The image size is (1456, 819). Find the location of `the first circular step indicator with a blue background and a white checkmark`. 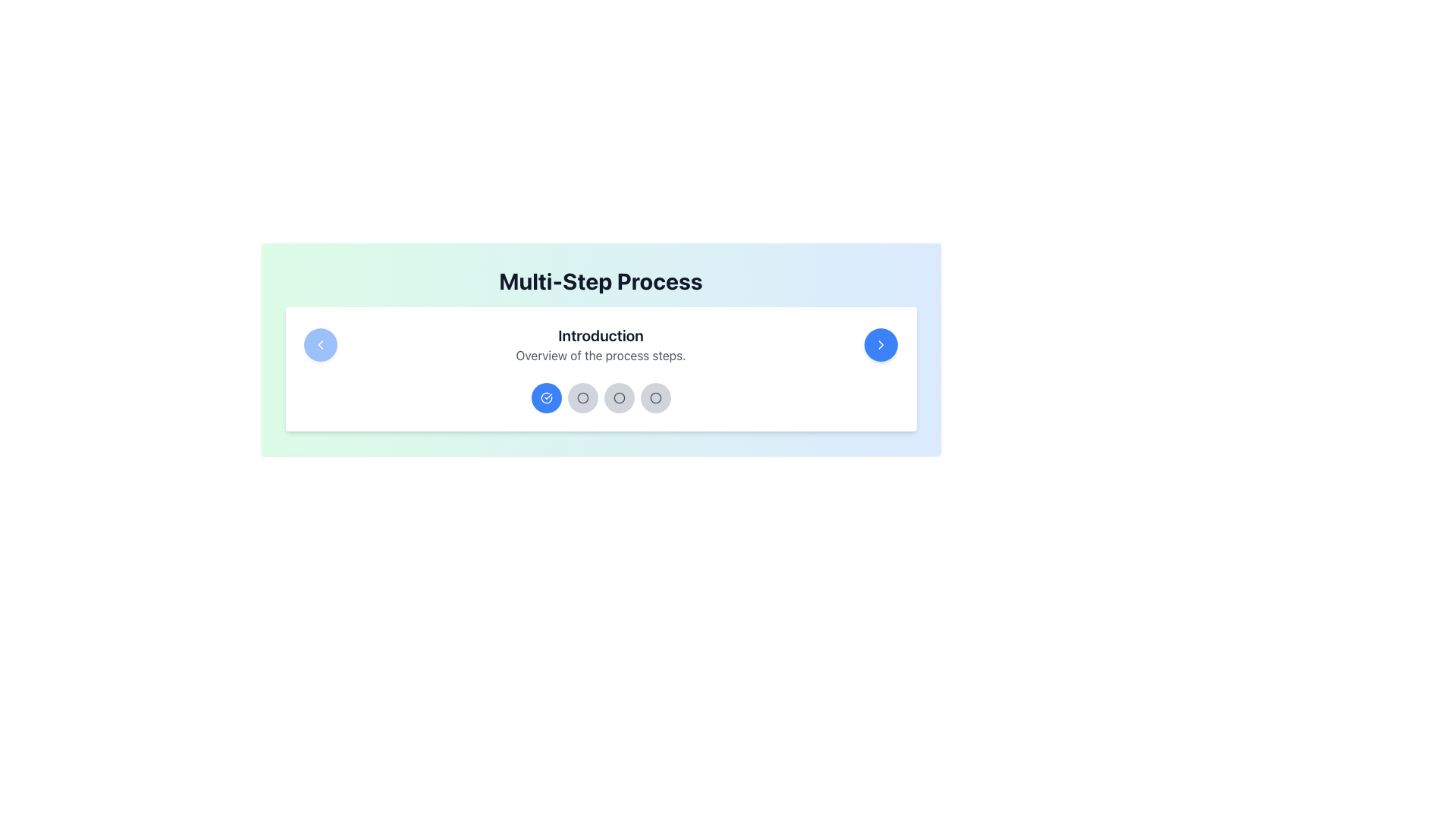

the first circular step indicator with a blue background and a white checkmark is located at coordinates (546, 397).